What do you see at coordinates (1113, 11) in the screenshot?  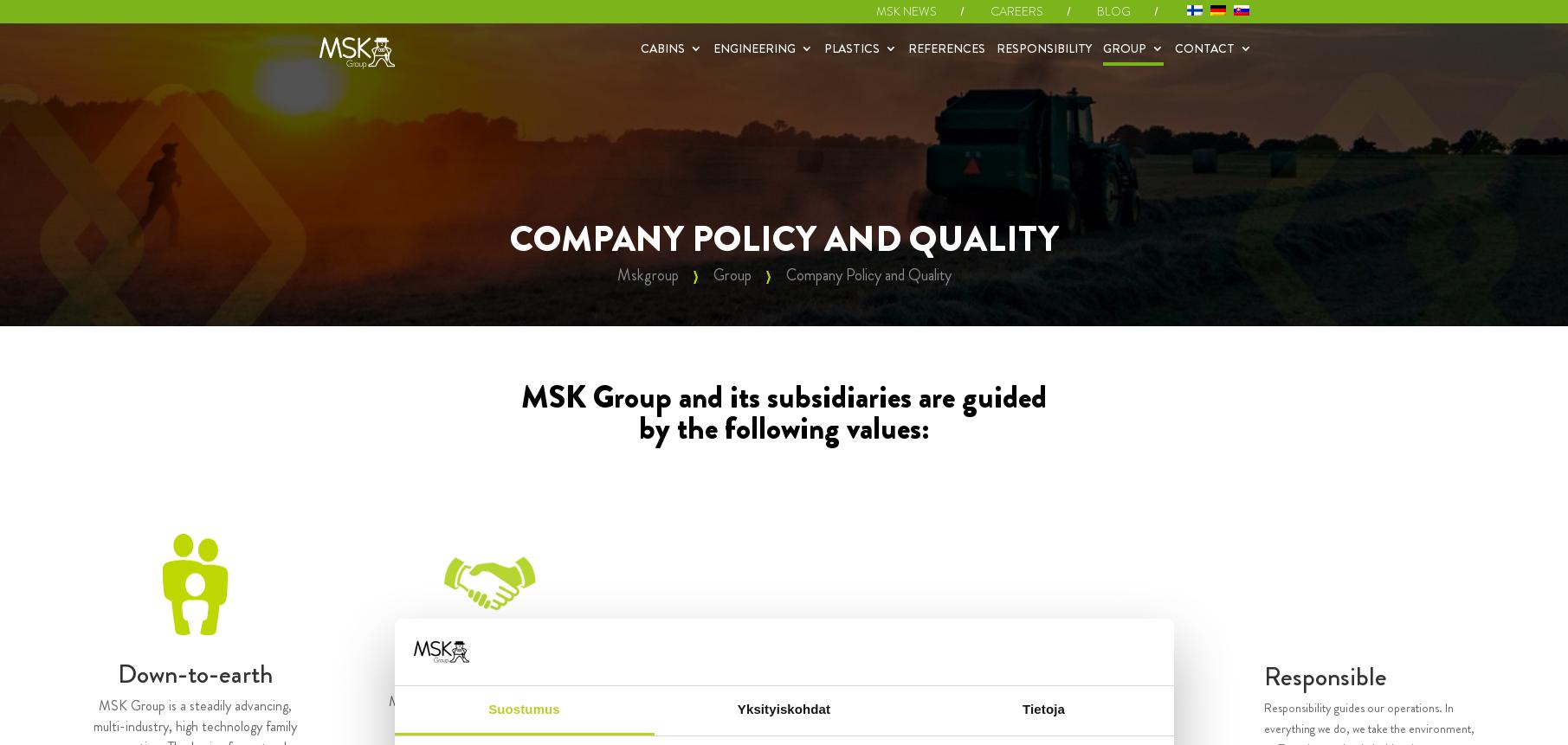 I see `'Blog'` at bounding box center [1113, 11].